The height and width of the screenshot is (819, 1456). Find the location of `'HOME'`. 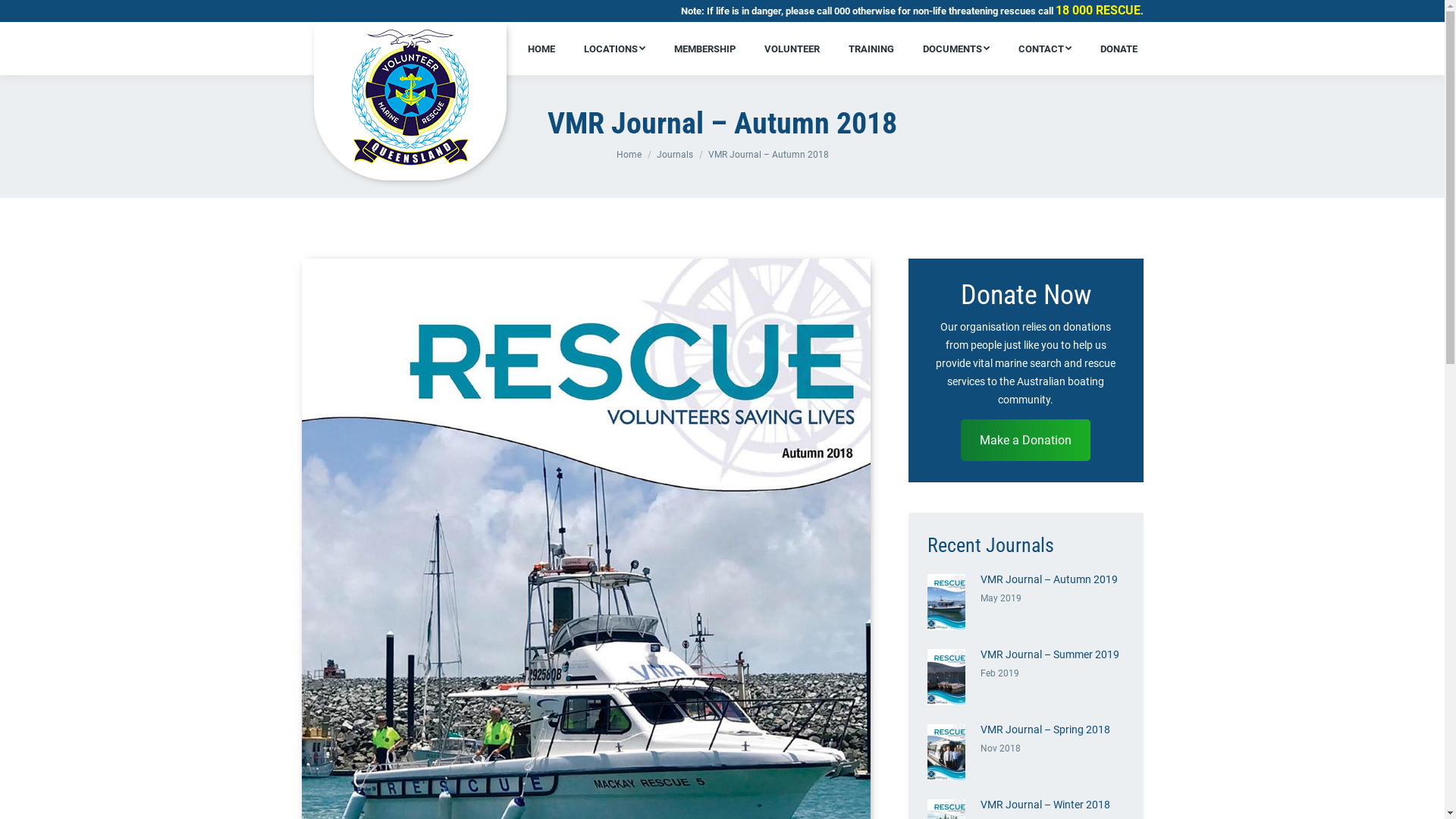

'HOME' is located at coordinates (524, 48).